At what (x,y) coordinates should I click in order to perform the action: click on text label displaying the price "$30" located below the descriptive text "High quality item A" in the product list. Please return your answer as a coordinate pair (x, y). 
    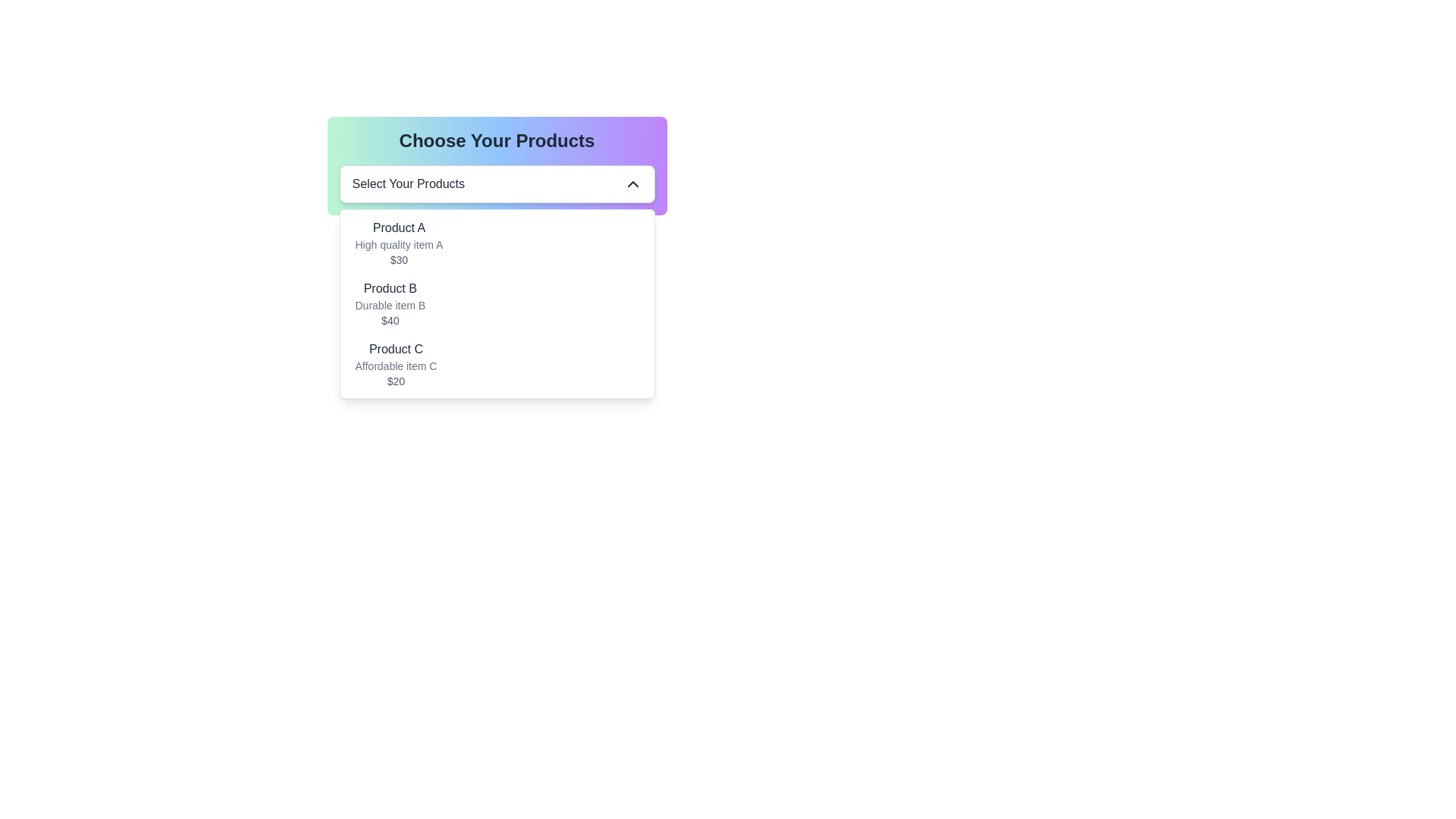
    Looking at the image, I should click on (399, 259).